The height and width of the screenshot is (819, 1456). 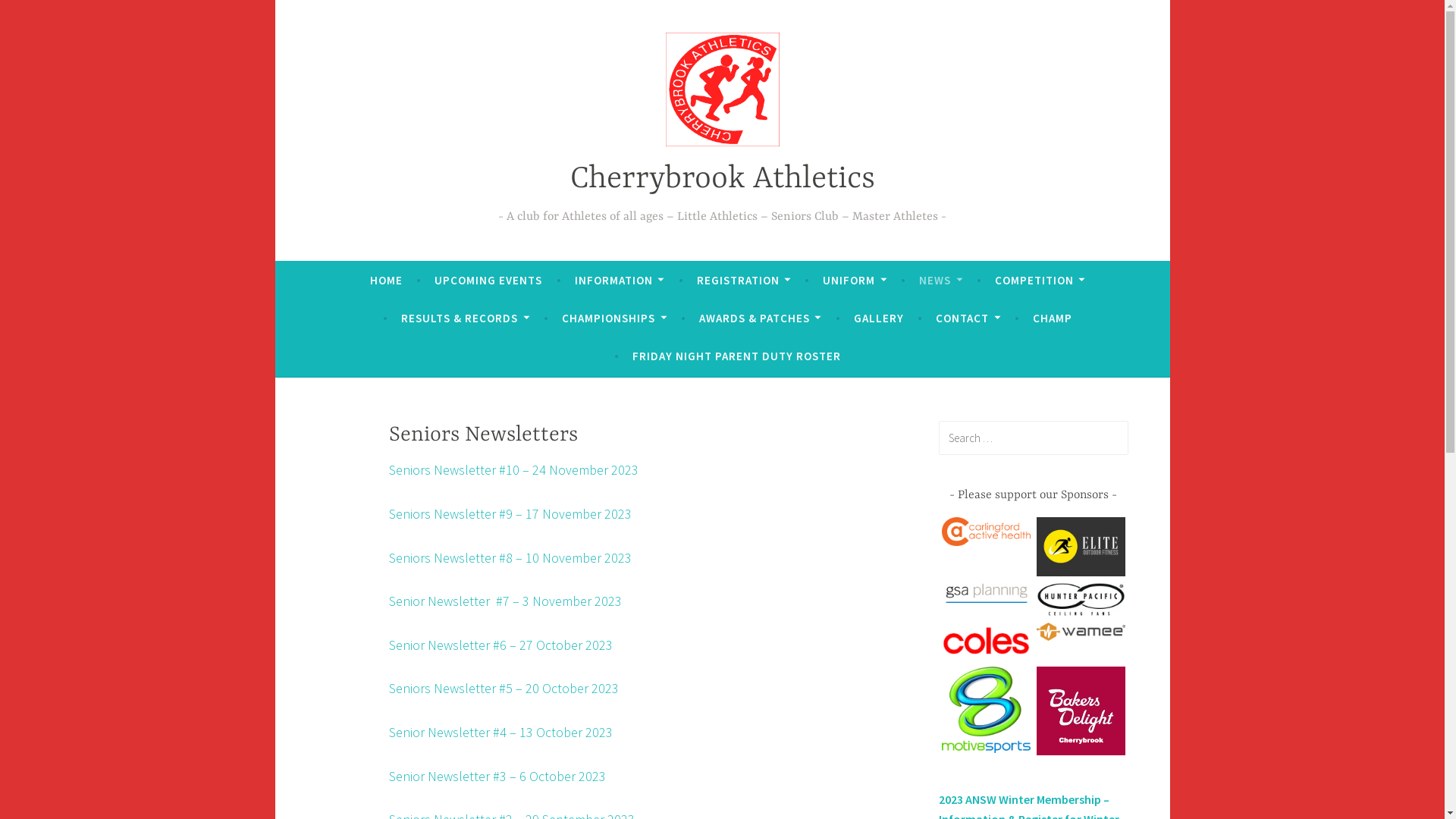 I want to click on 'GALLERY', so click(x=854, y=318).